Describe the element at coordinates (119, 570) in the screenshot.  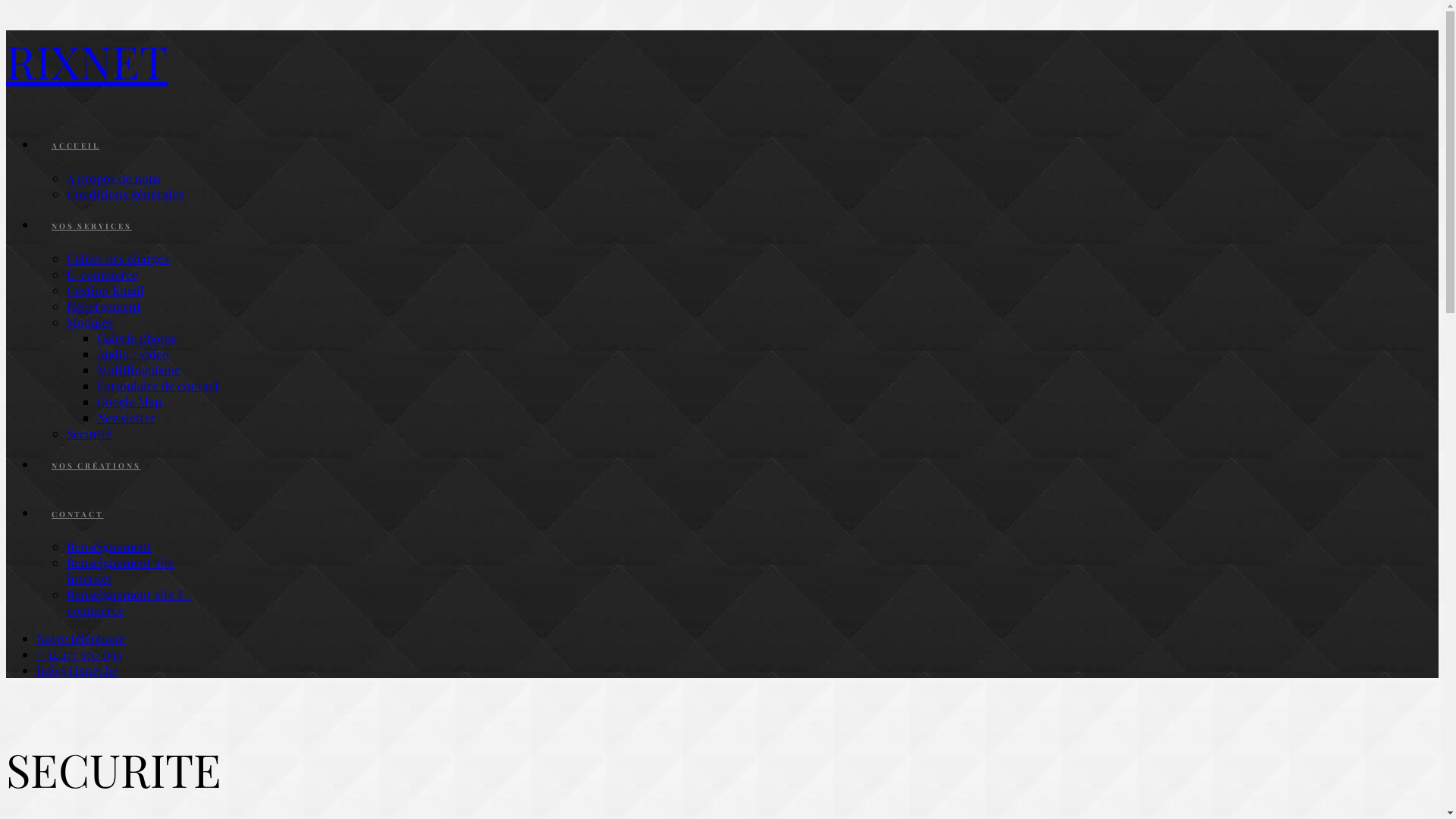
I see `'Renseignement site internet'` at that location.